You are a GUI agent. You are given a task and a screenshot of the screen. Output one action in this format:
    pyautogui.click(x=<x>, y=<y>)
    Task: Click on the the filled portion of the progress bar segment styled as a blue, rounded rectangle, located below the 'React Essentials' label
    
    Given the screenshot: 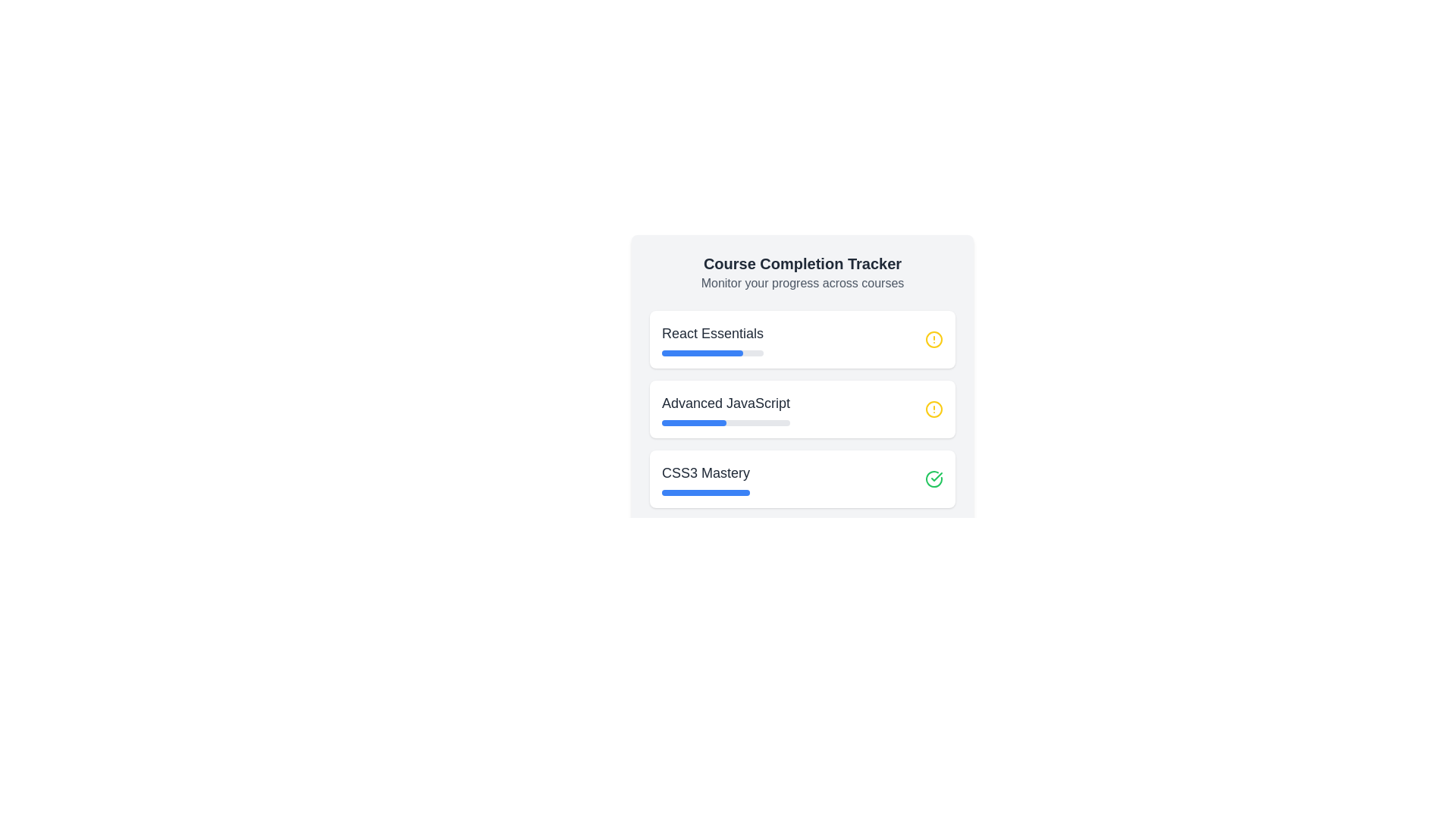 What is the action you would take?
    pyautogui.click(x=701, y=353)
    